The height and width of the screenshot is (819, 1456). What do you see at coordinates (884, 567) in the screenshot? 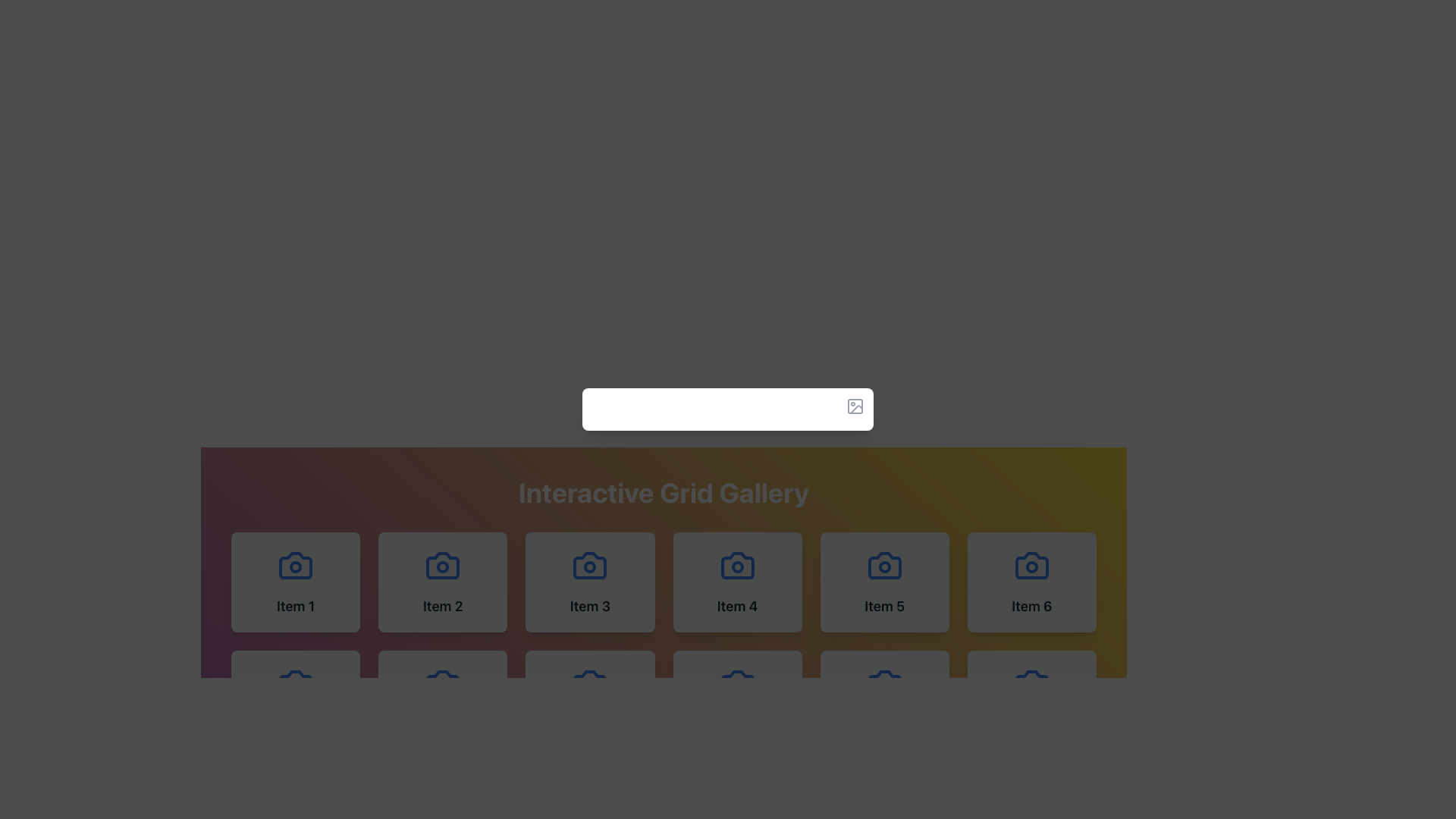
I see `the central feature inside the lens circle of the fifth camera icon in the row of six camera icons` at bounding box center [884, 567].